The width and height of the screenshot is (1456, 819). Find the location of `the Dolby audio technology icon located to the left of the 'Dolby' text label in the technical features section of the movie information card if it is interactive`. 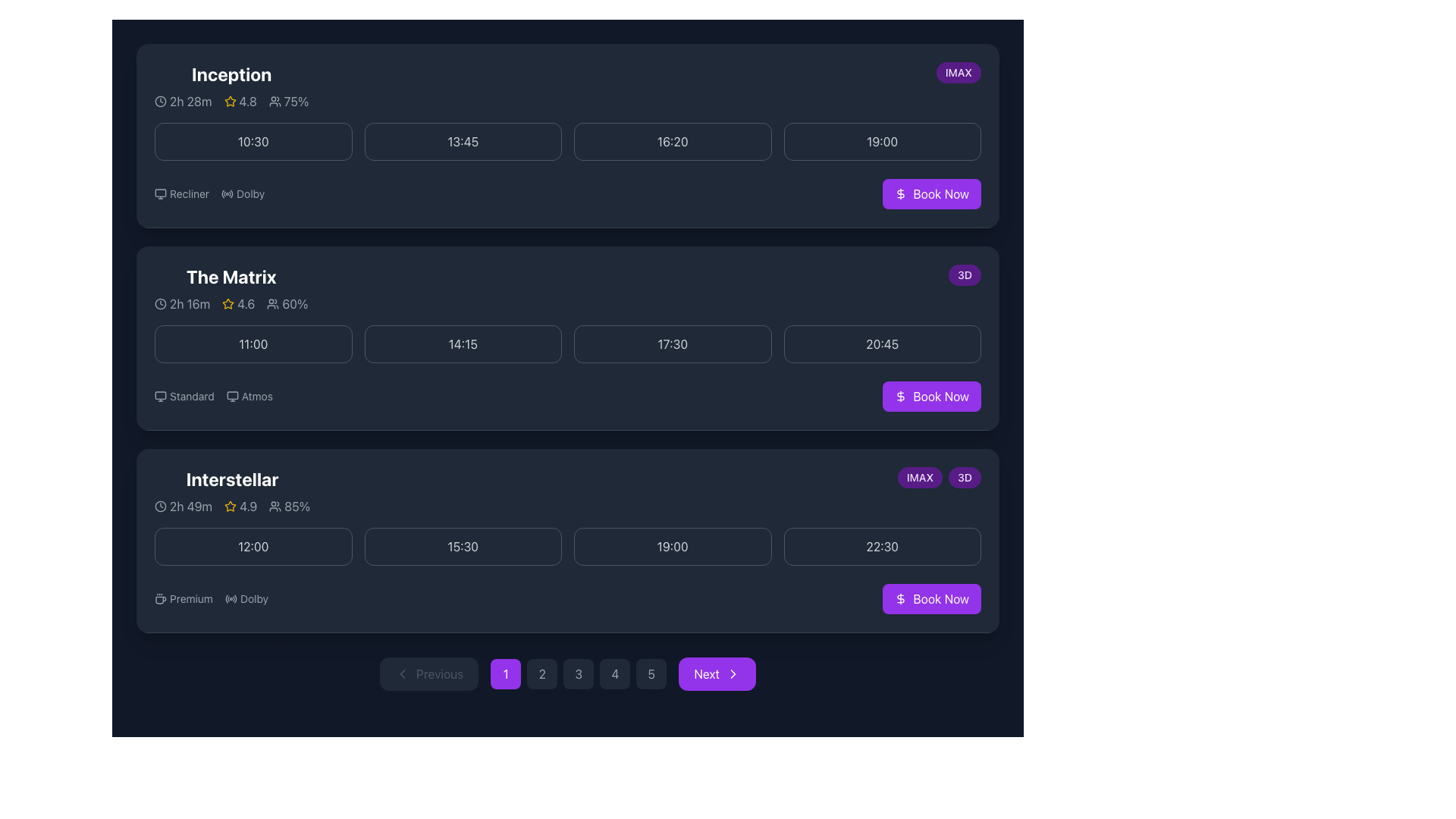

the Dolby audio technology icon located to the left of the 'Dolby' text label in the technical features section of the movie information card if it is interactive is located at coordinates (230, 598).